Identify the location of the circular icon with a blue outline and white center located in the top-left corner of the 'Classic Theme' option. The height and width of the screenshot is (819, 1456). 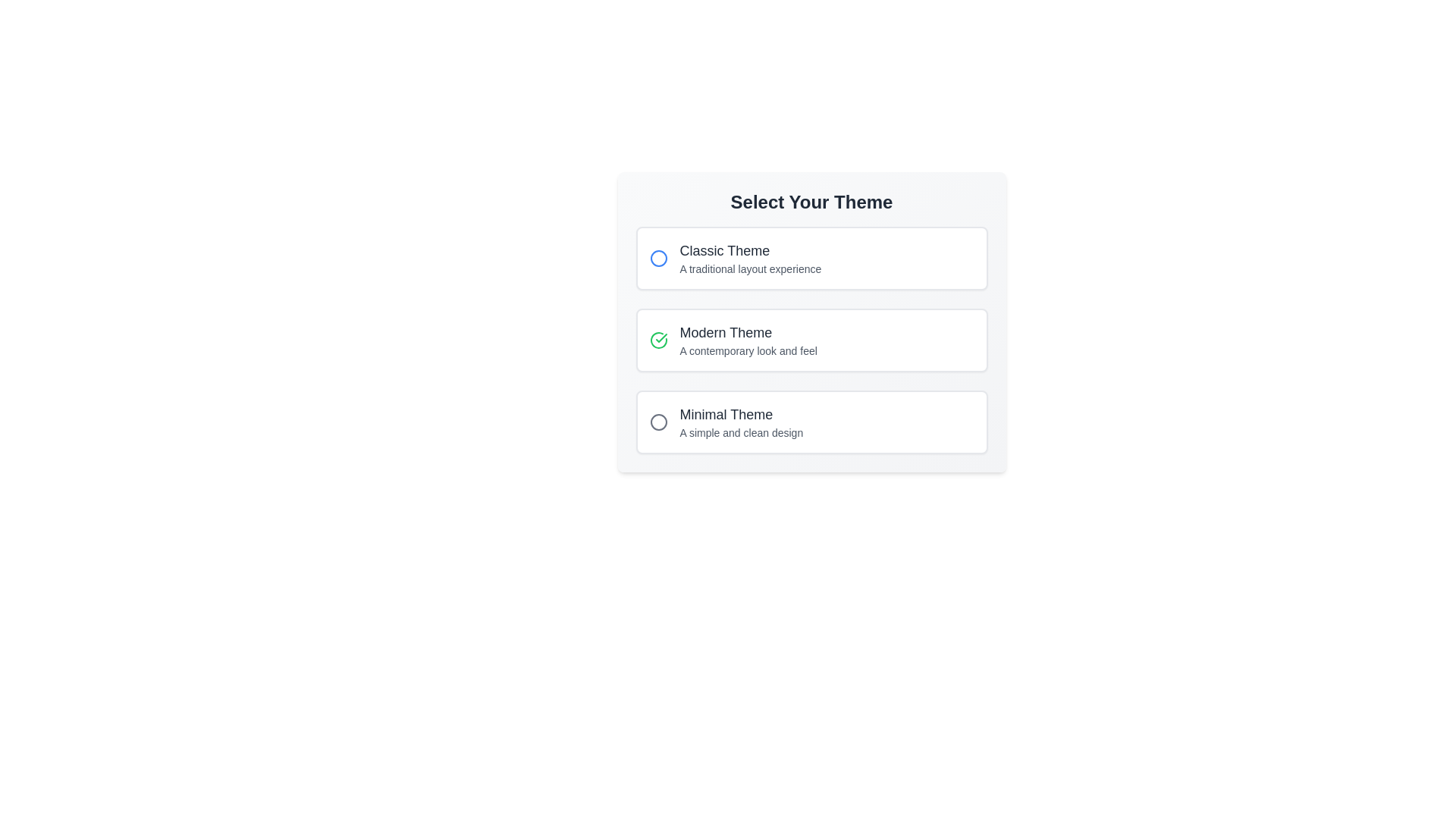
(658, 257).